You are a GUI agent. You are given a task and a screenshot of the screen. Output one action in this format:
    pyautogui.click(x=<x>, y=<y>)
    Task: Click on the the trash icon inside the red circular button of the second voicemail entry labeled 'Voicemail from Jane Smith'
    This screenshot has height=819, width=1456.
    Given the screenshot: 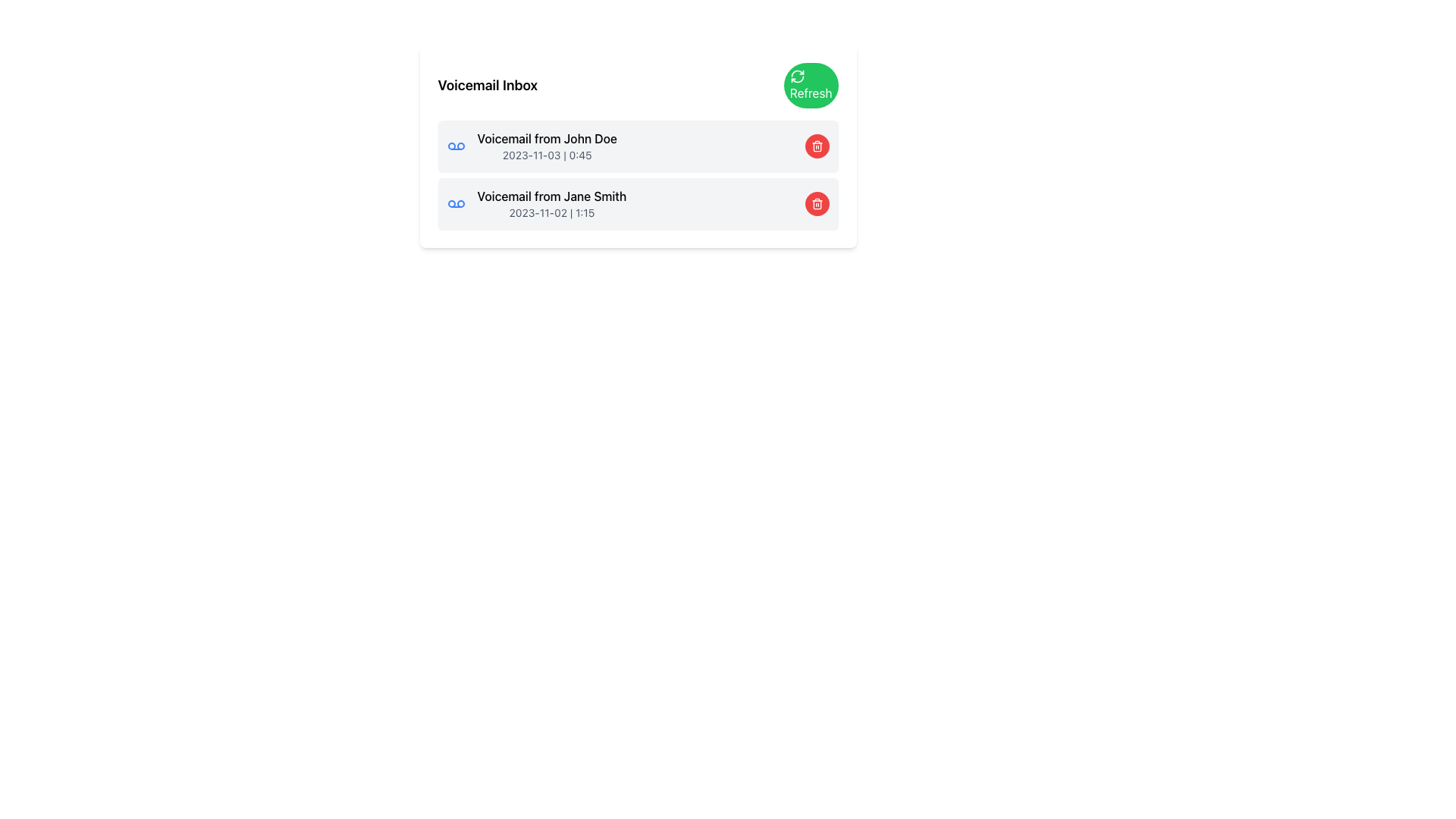 What is the action you would take?
    pyautogui.click(x=816, y=203)
    